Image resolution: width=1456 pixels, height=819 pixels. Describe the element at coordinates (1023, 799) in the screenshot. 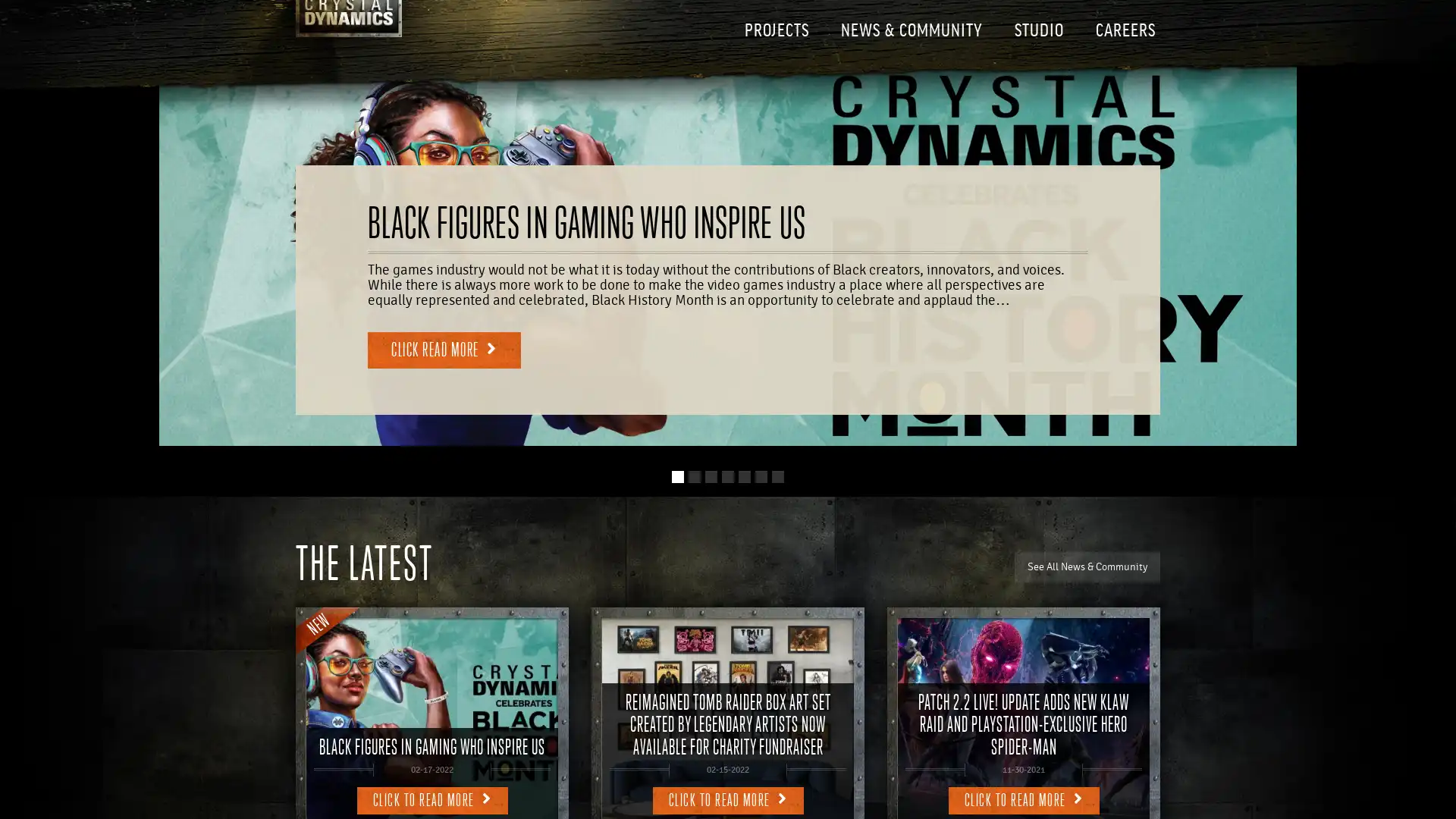

I see `CLICK TO READ MORE` at that location.